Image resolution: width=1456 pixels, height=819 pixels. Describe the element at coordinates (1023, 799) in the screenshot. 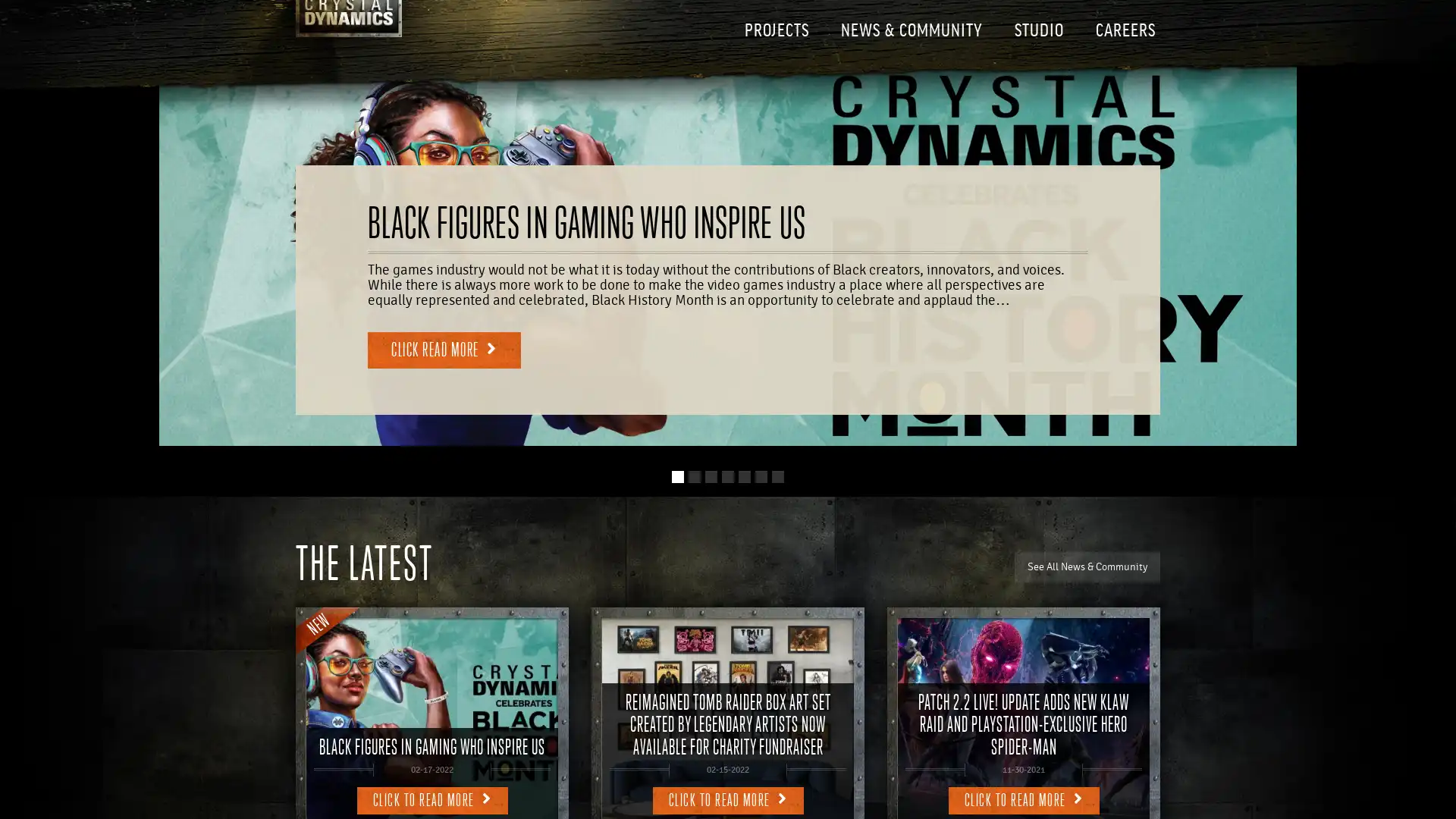

I see `CLICK TO READ MORE` at that location.